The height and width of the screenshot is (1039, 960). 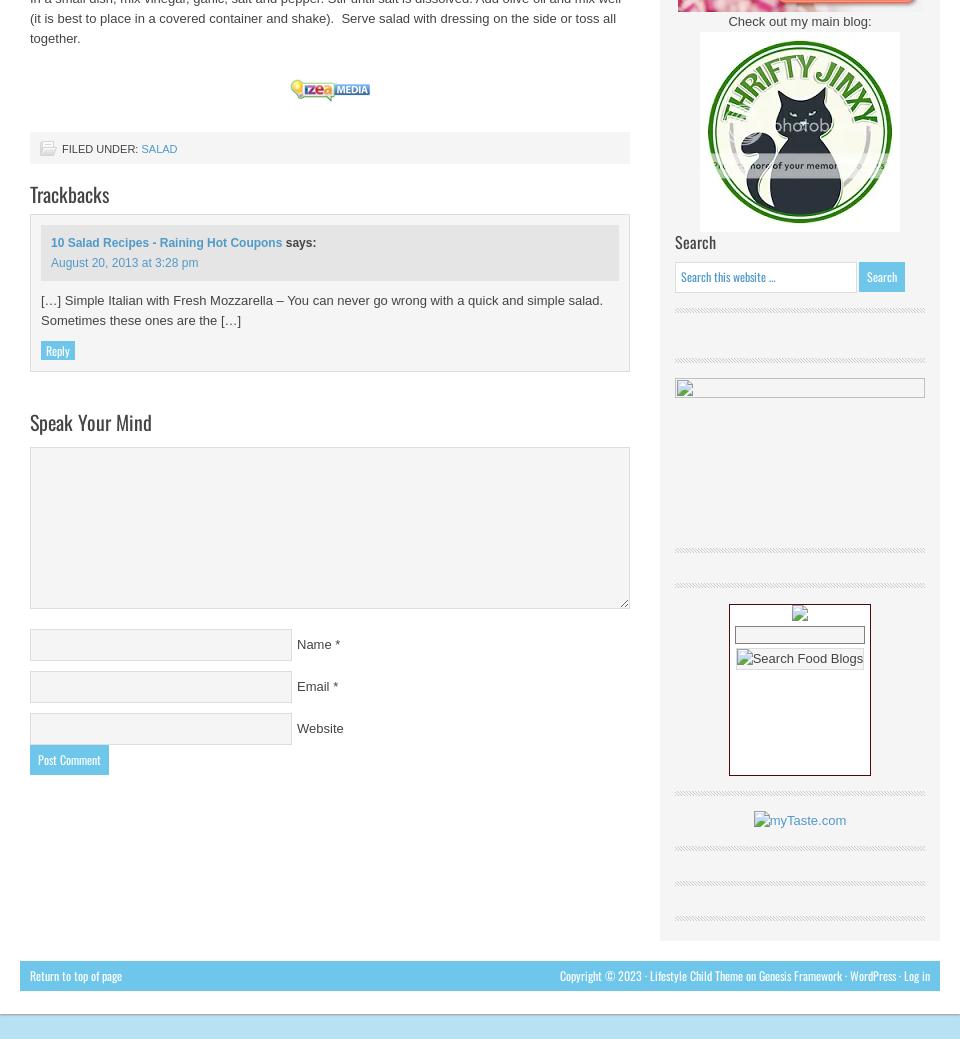 I want to click on '[…] Simple Italian with Fresh Mozzarella – You can never go wrong with a quick and simple salad. Sometimes these ones are the […]', so click(x=321, y=310).